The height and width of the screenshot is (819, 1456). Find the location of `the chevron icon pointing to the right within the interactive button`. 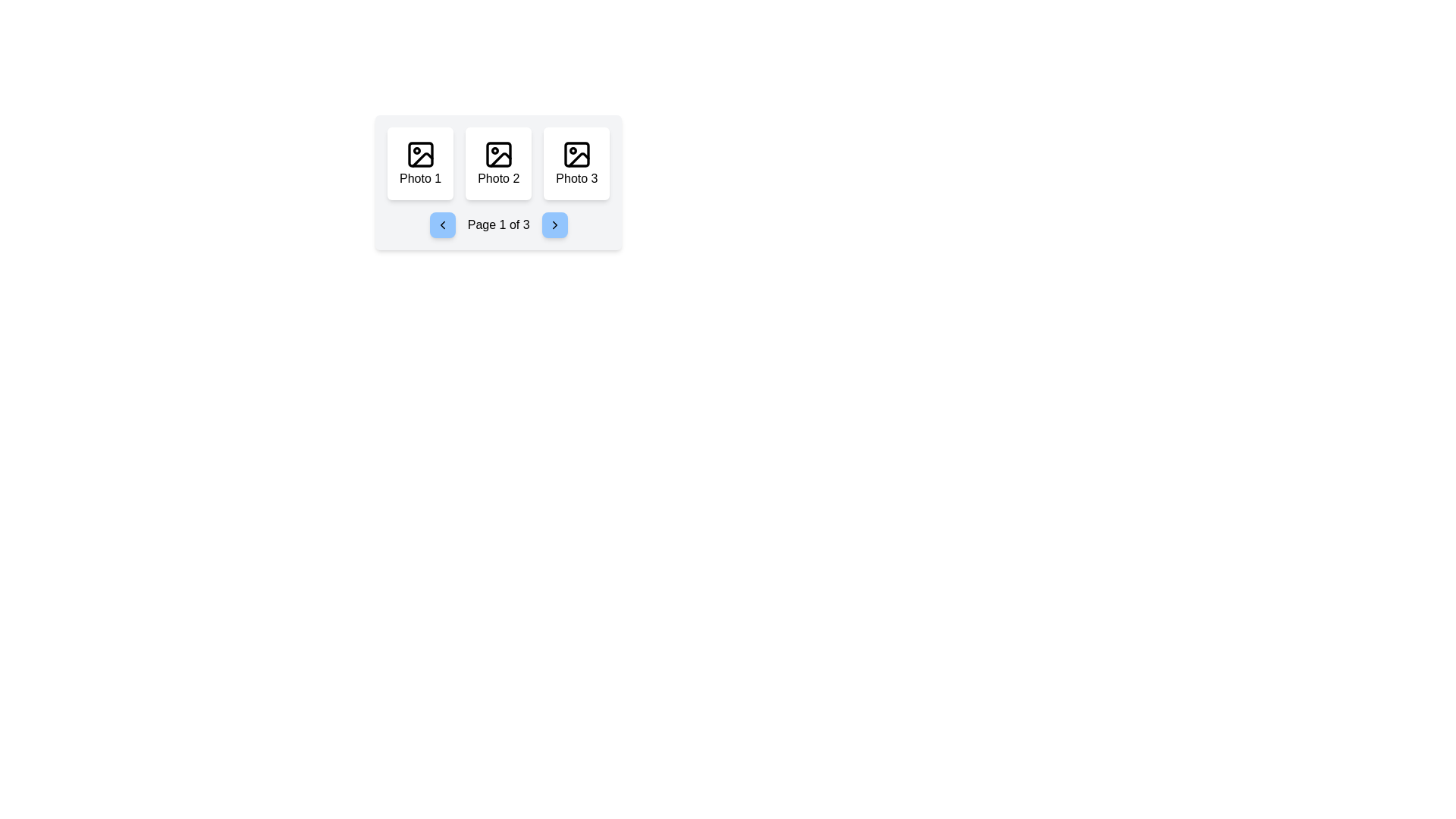

the chevron icon pointing to the right within the interactive button is located at coordinates (554, 225).